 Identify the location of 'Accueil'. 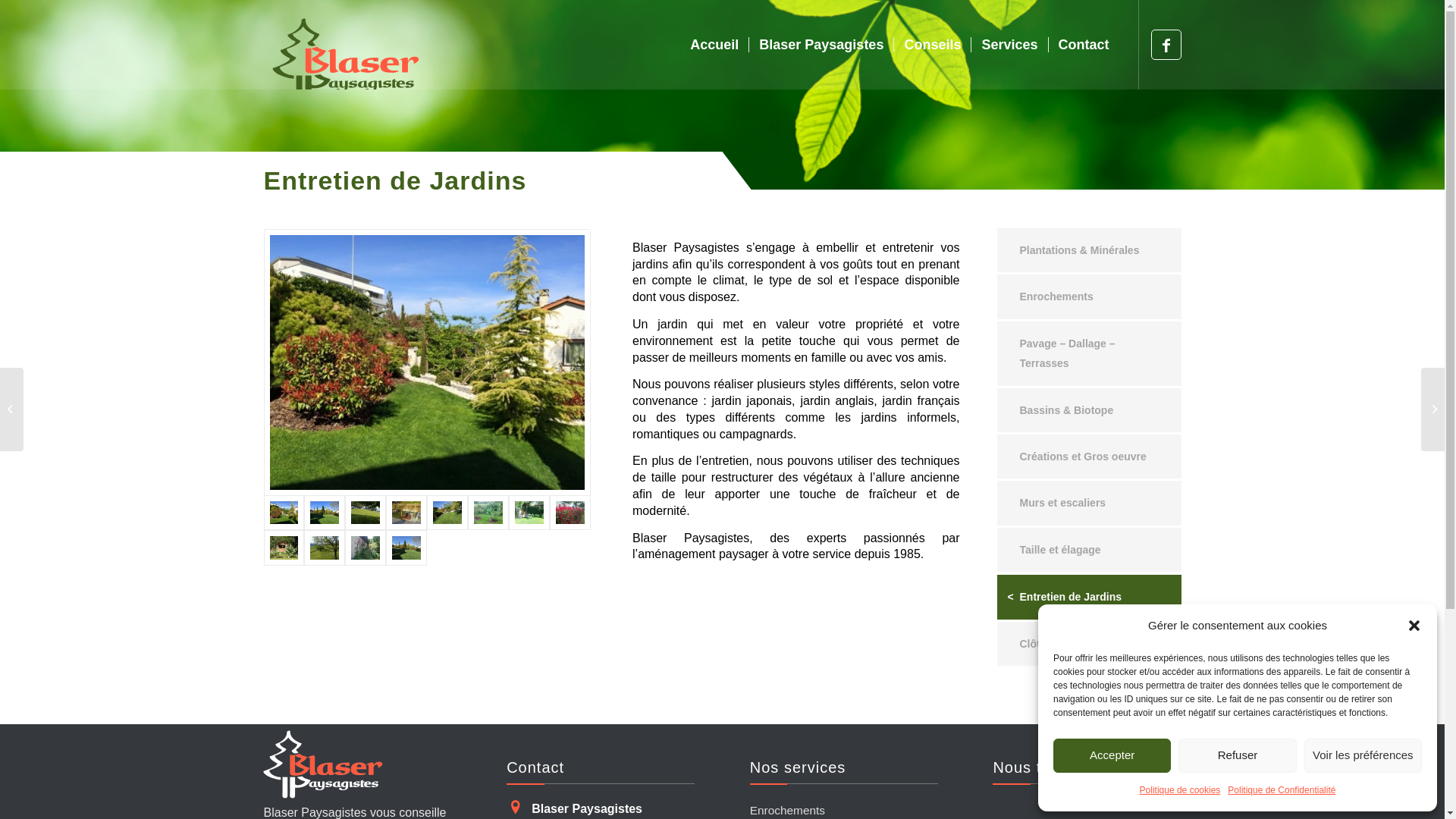
(713, 43).